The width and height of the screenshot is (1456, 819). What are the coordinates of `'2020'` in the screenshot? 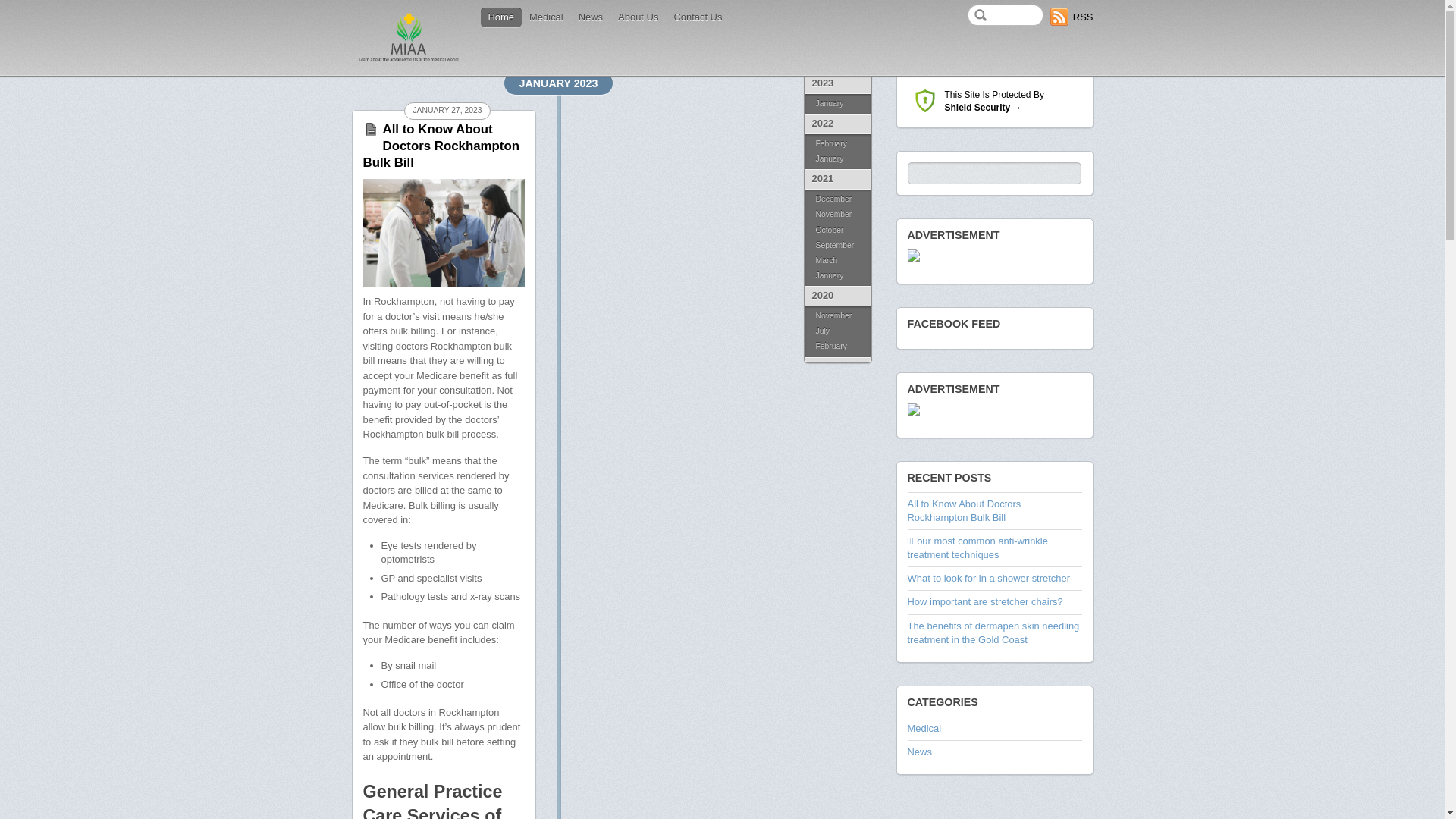 It's located at (836, 296).